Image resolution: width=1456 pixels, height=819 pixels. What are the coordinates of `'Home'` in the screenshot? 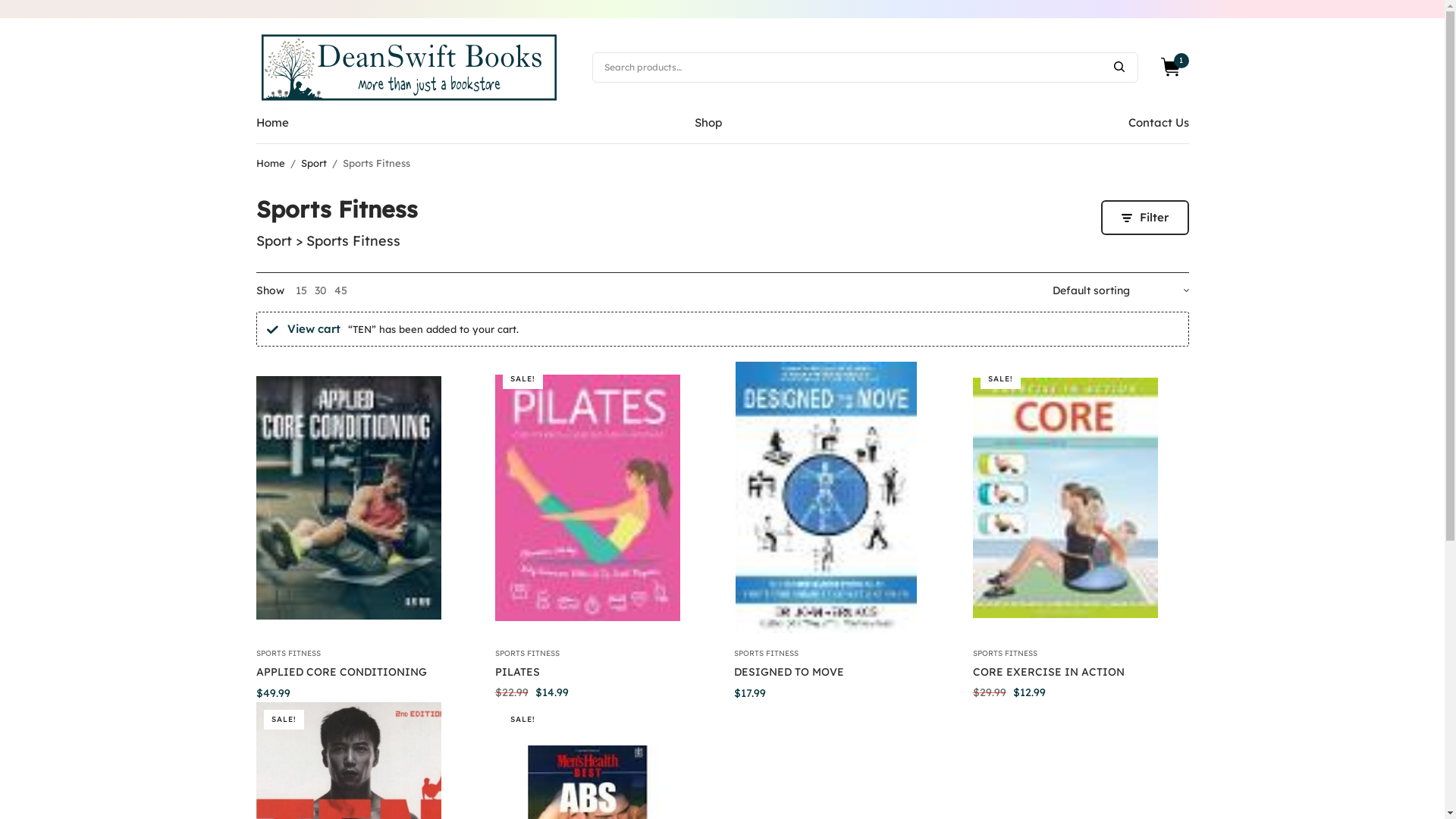 It's located at (270, 163).